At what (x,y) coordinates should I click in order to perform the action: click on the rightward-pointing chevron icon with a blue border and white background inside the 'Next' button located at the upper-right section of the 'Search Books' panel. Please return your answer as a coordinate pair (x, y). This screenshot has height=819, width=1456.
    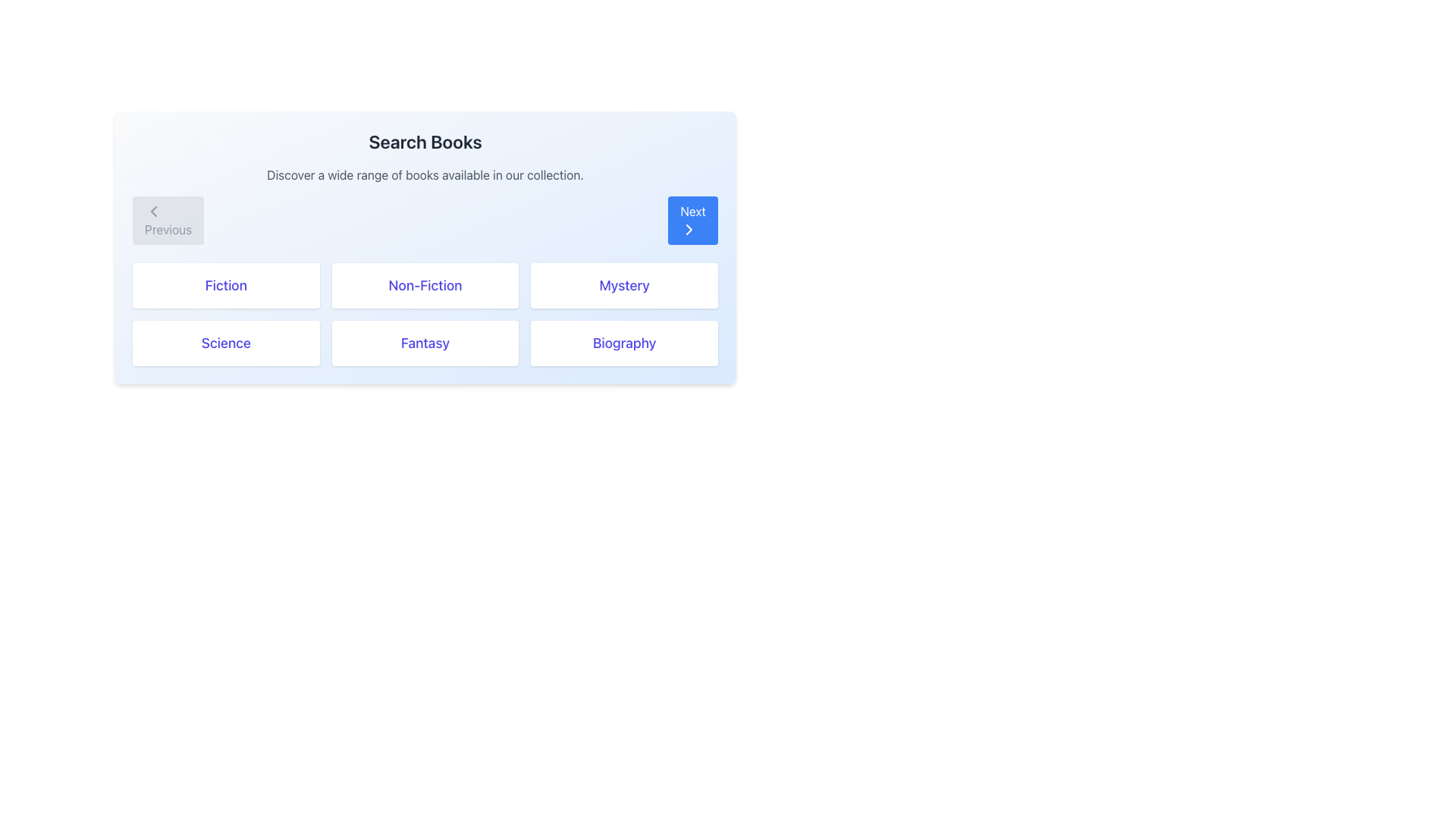
    Looking at the image, I should click on (689, 230).